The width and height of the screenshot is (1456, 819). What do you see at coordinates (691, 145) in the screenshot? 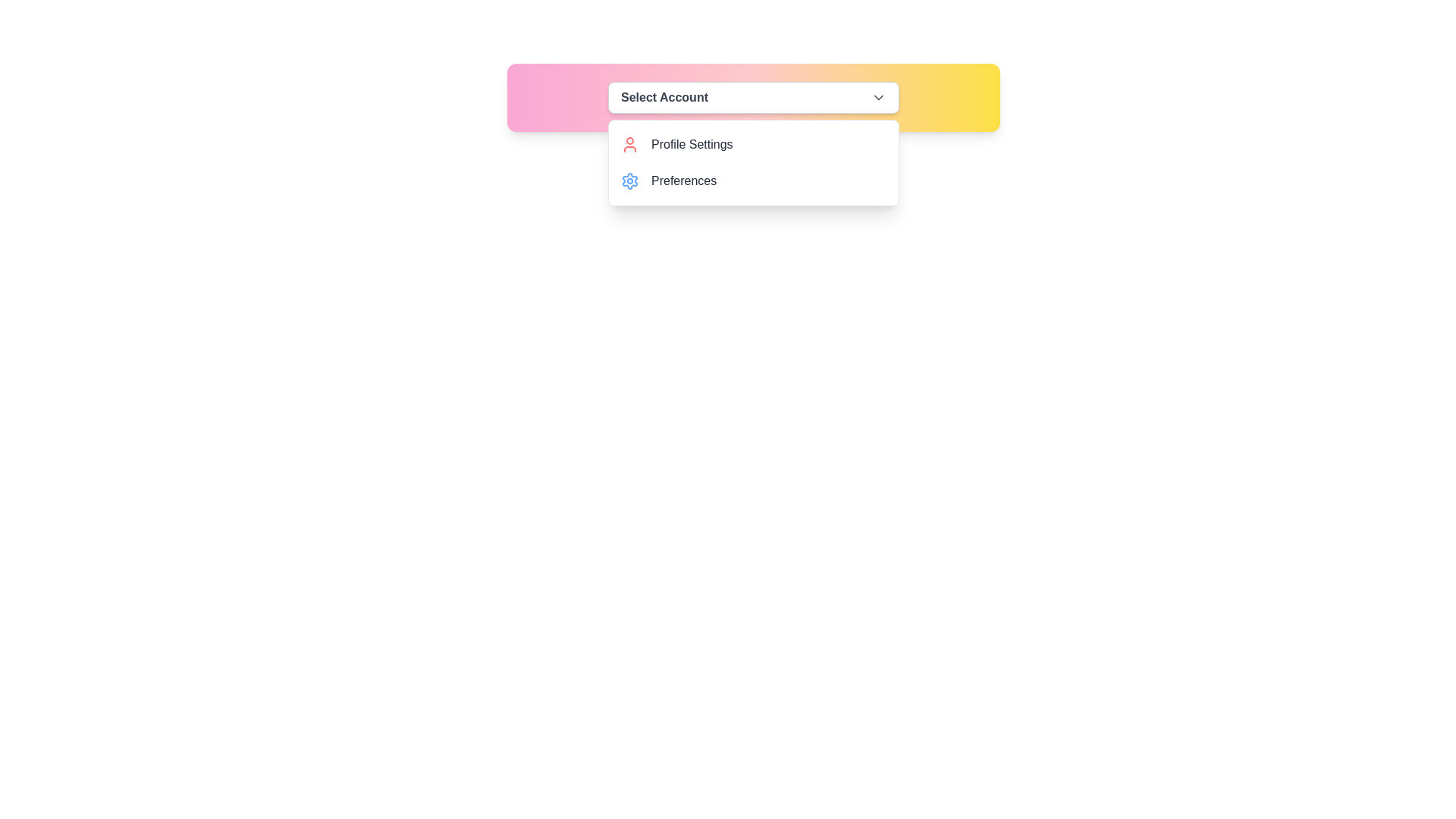
I see `contents of the 'Profile Settings' text label within the dropdown menu under 'Select Account.'` at bounding box center [691, 145].